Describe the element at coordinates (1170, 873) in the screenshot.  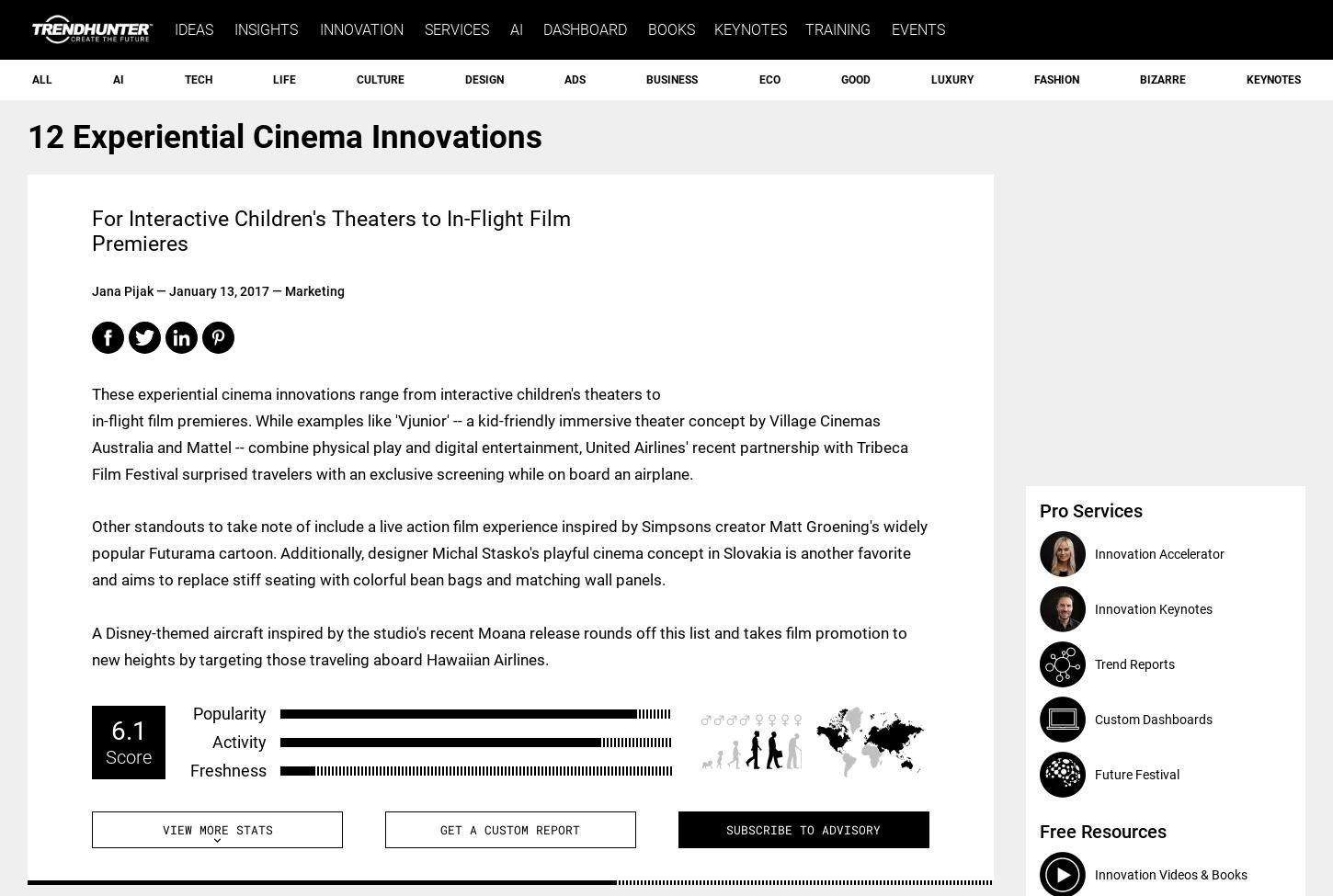
I see `'Innovation Videos & Books'` at that location.